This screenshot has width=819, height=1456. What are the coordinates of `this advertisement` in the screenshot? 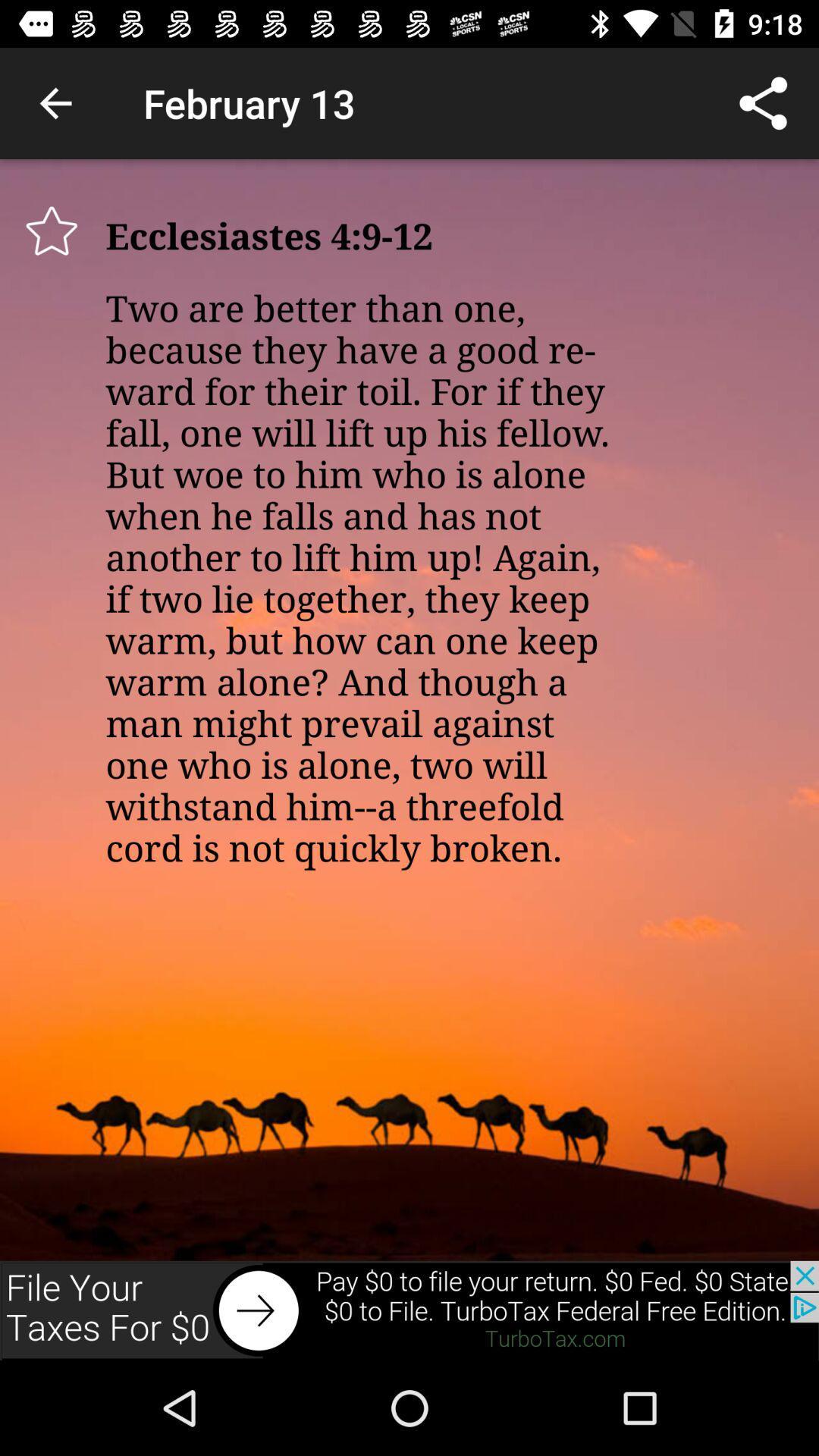 It's located at (409, 1310).